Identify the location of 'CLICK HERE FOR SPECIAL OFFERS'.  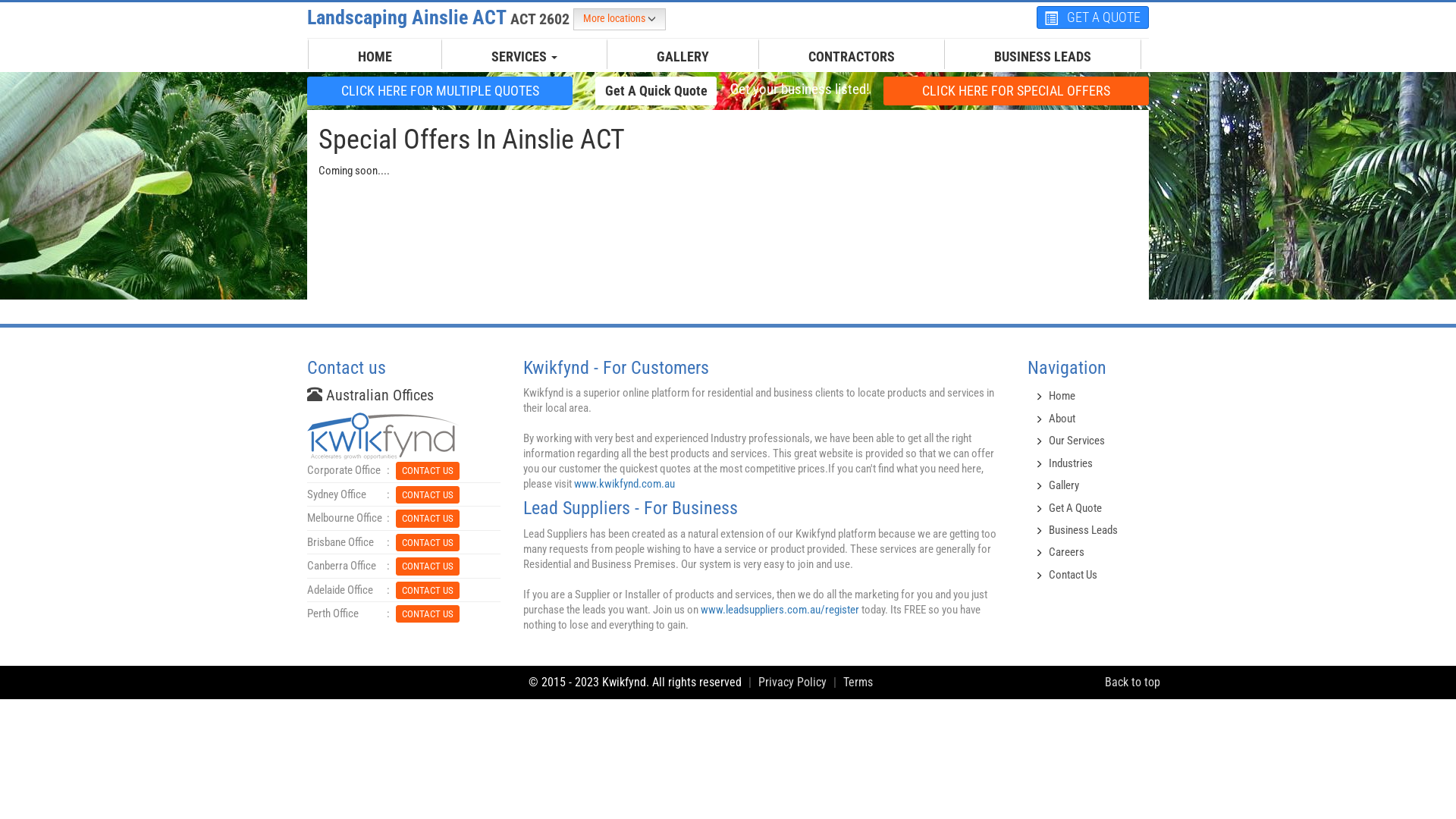
(1015, 90).